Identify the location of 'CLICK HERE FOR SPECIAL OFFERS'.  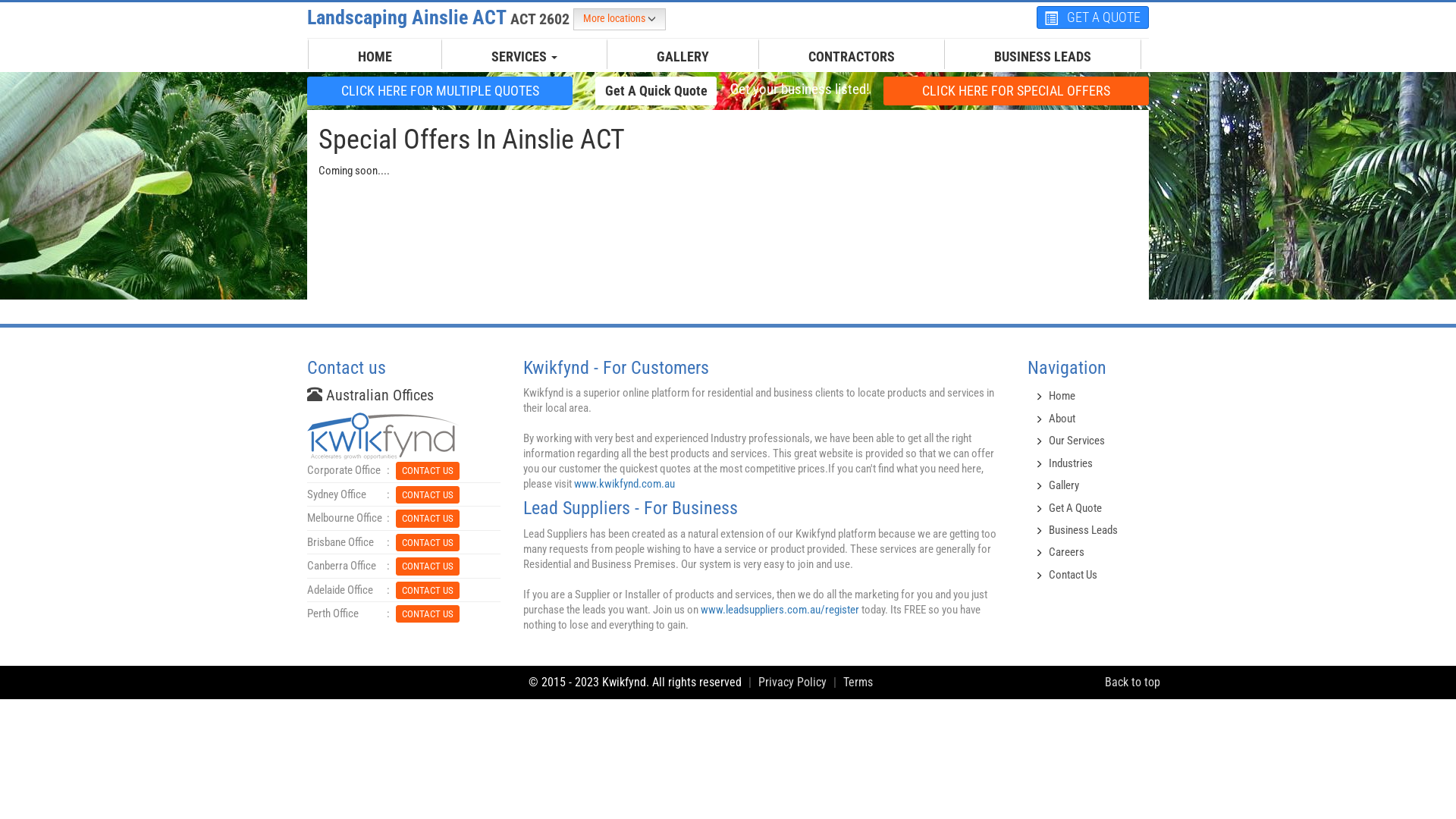
(1015, 90).